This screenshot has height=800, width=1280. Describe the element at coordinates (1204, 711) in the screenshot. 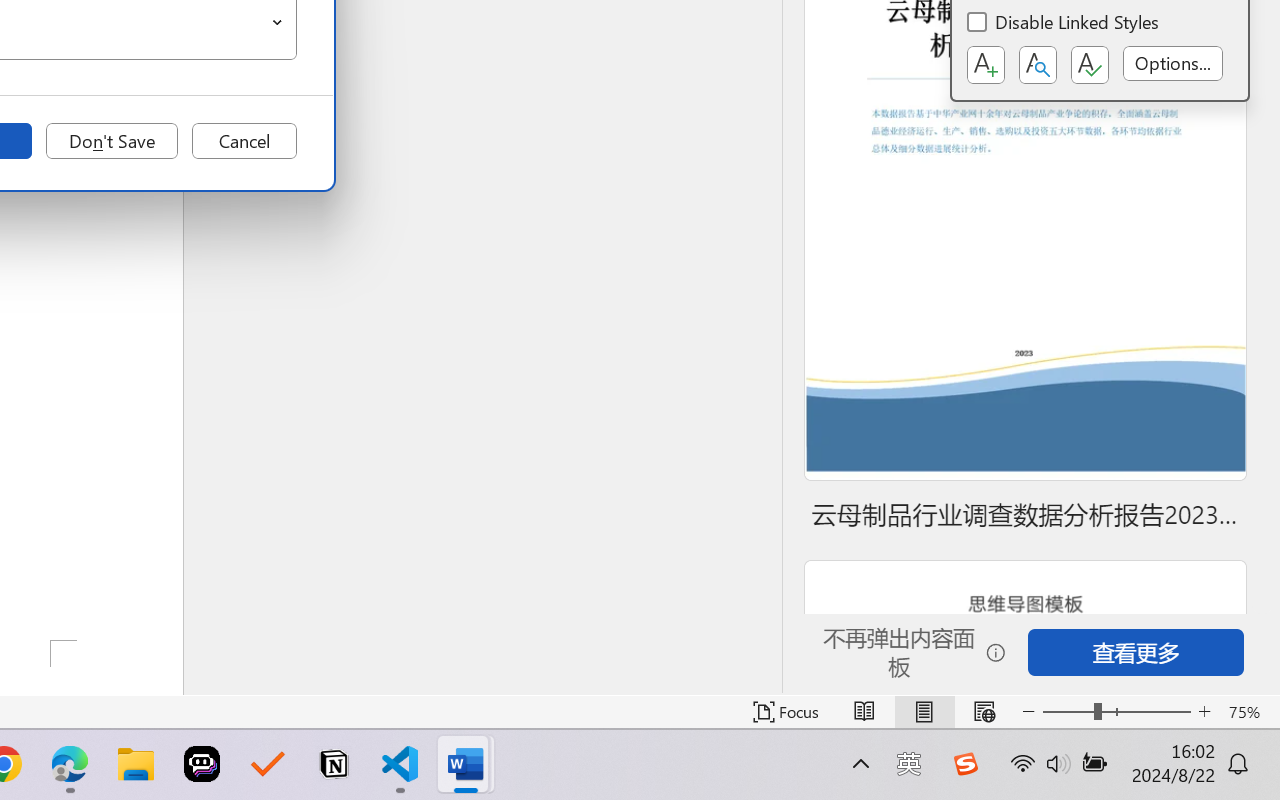

I see `'Zoom In'` at that location.